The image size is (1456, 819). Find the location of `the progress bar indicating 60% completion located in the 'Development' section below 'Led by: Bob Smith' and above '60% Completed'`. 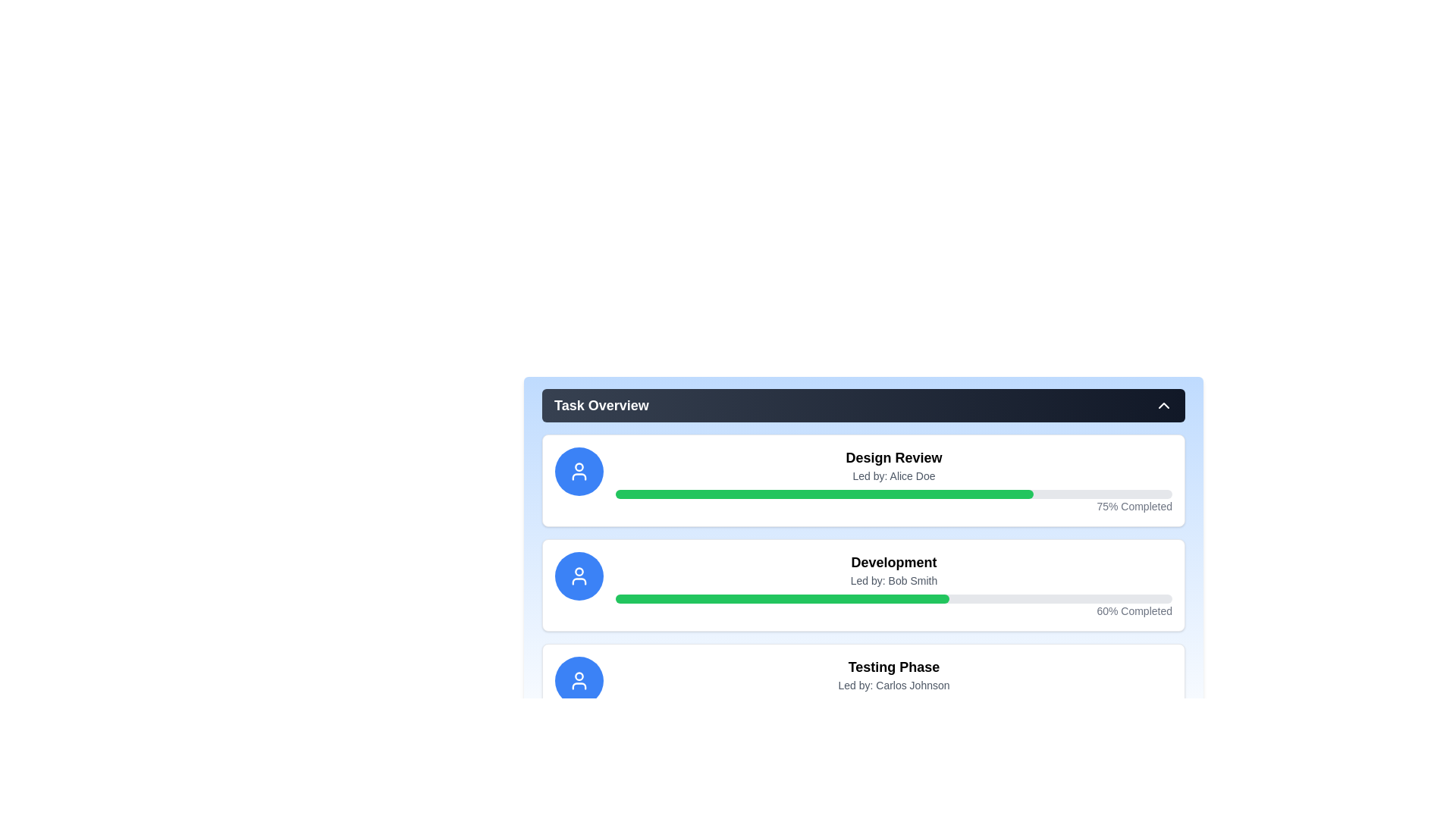

the progress bar indicating 60% completion located in the 'Development' section below 'Led by: Bob Smith' and above '60% Completed' is located at coordinates (894, 598).